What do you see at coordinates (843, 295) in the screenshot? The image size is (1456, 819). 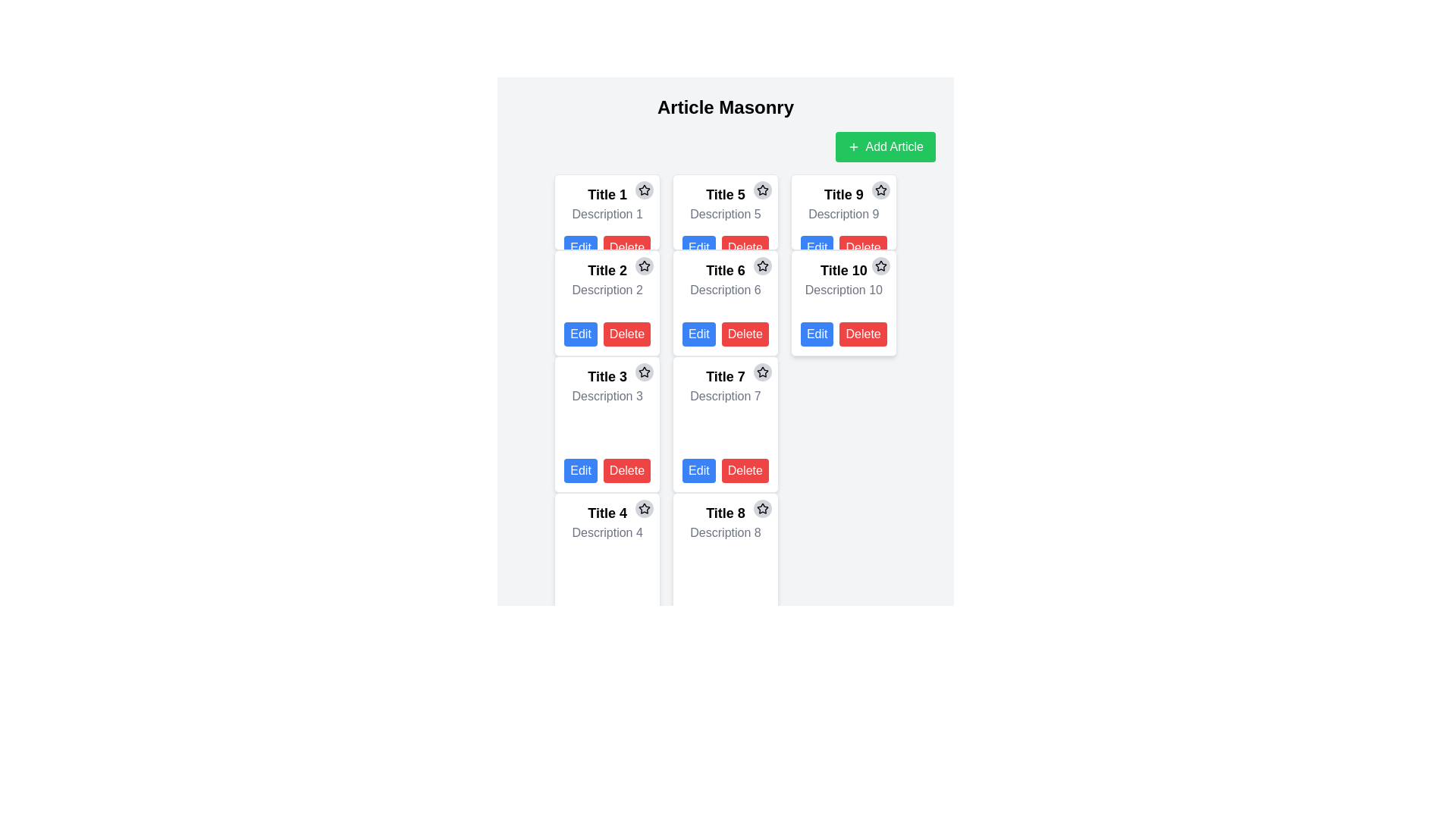 I see `the text label displaying 'Description 10', which is centrally placed below the header 'Title 10' in the tenth card of the grid layout titled 'Article Masonry'` at bounding box center [843, 295].